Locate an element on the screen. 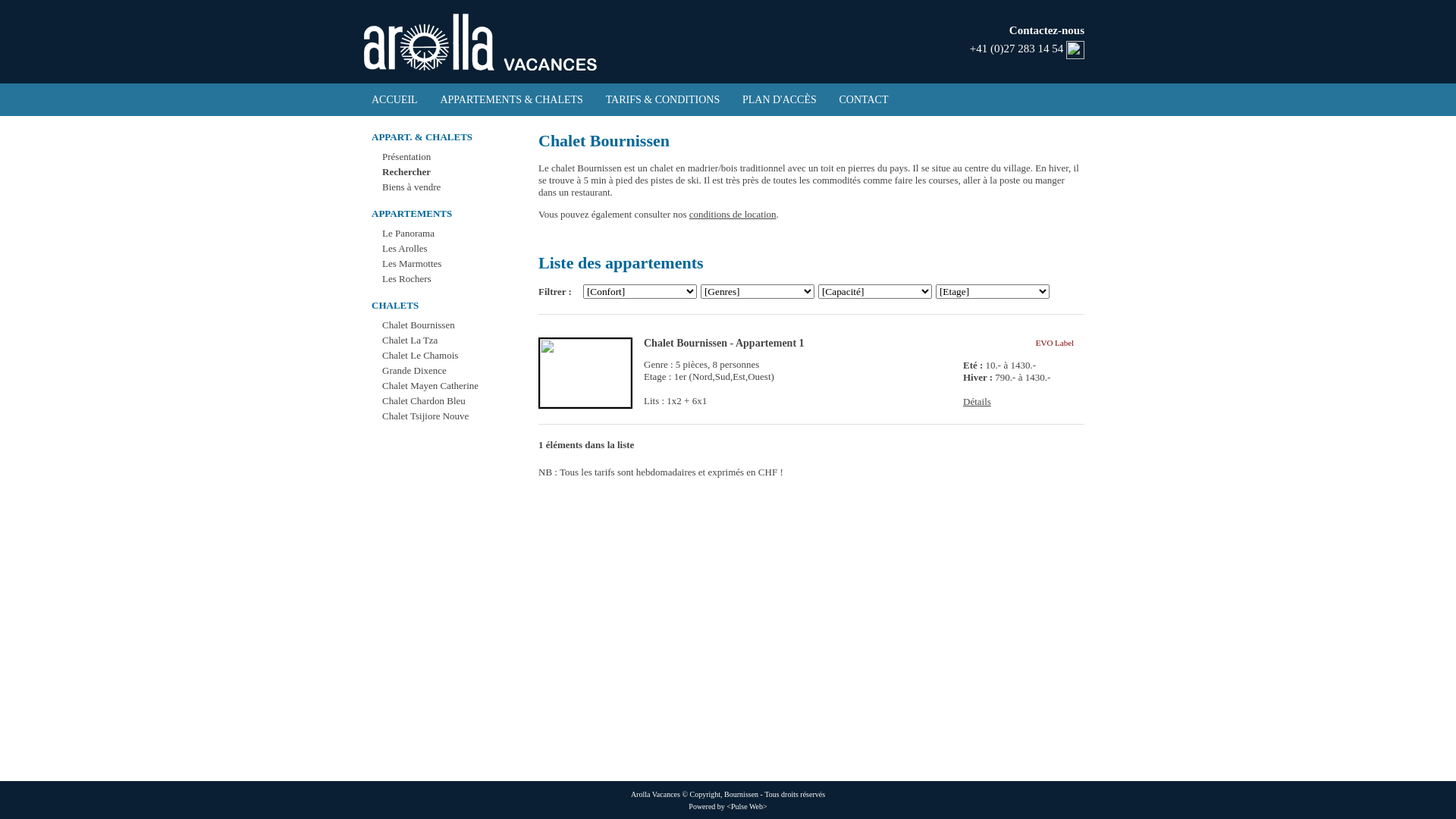  'Powered by <Pulse Web>' is located at coordinates (687, 805).